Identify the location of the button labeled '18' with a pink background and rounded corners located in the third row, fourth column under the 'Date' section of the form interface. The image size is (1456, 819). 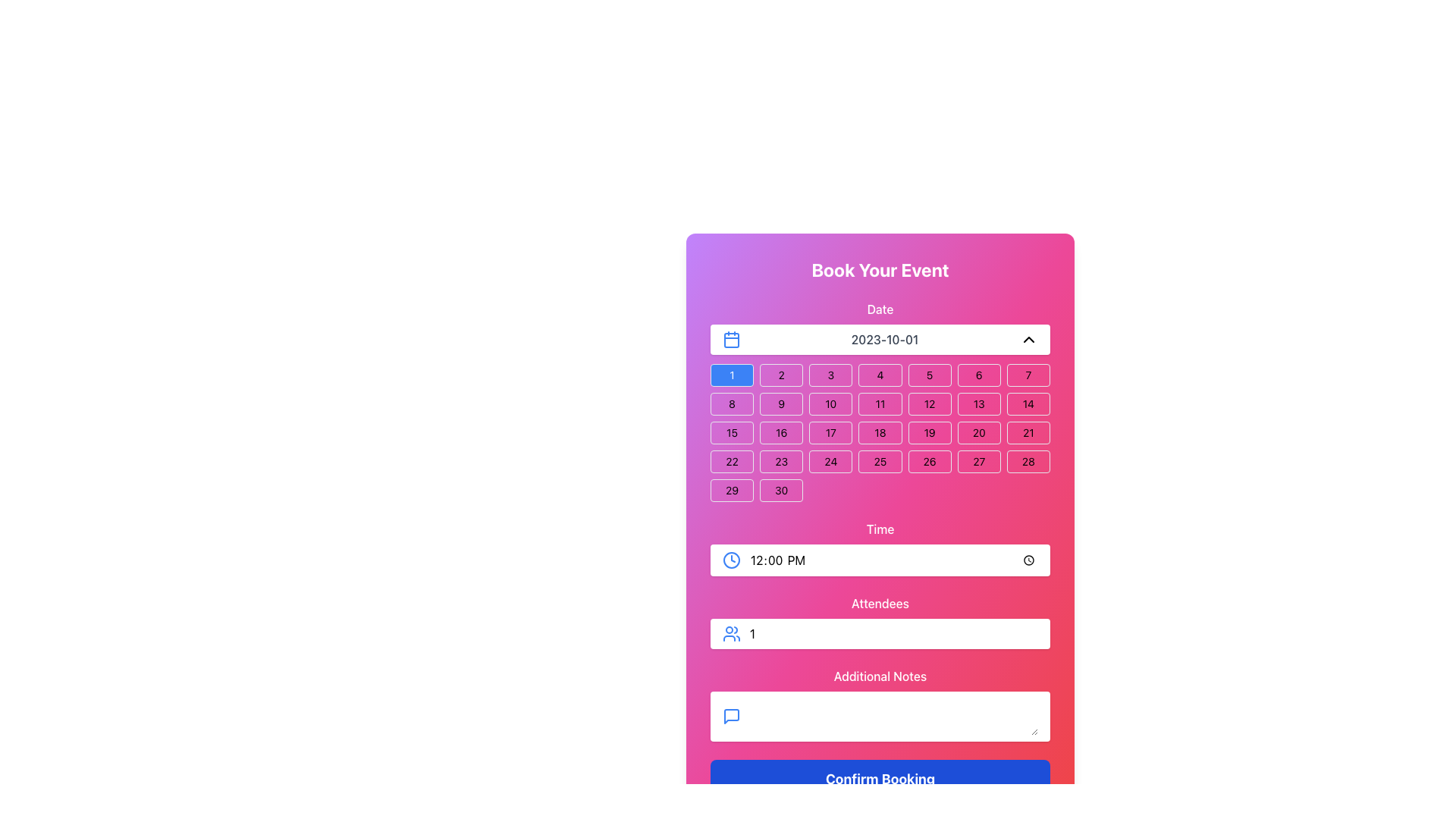
(880, 432).